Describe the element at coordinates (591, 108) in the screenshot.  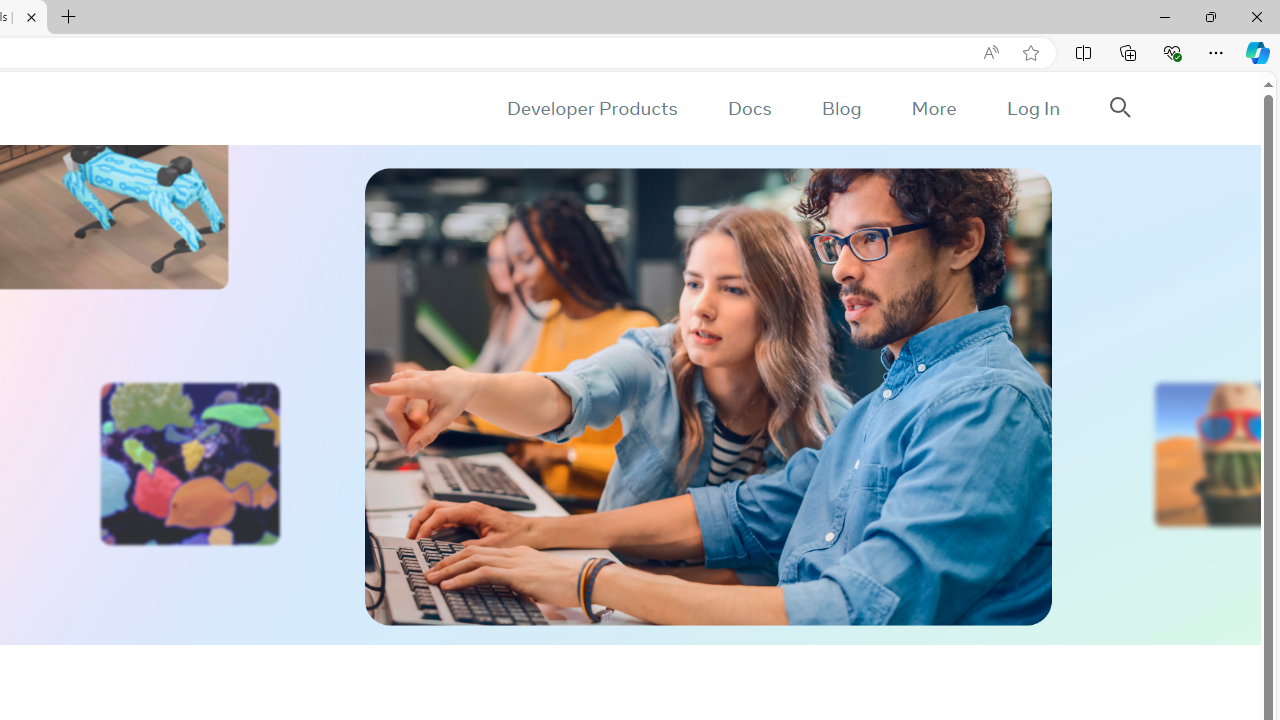
I see `'Developer Products'` at that location.